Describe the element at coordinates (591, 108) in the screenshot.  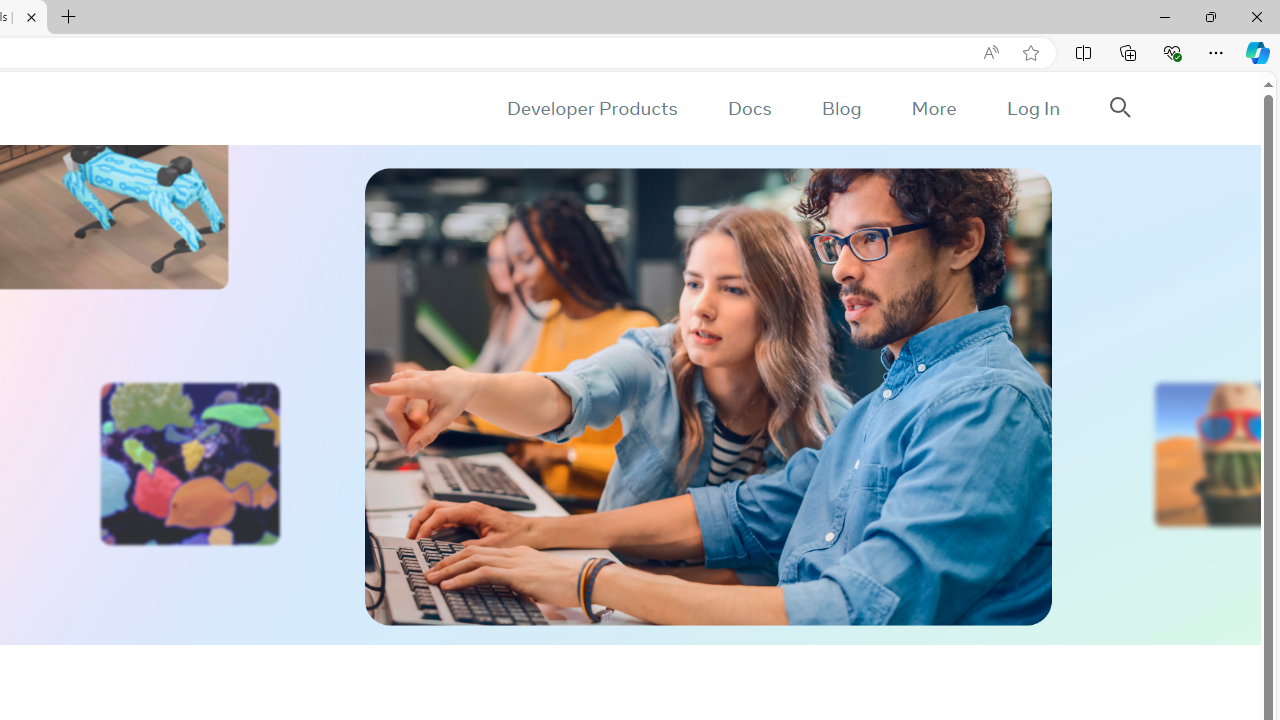
I see `'Developer Products'` at that location.